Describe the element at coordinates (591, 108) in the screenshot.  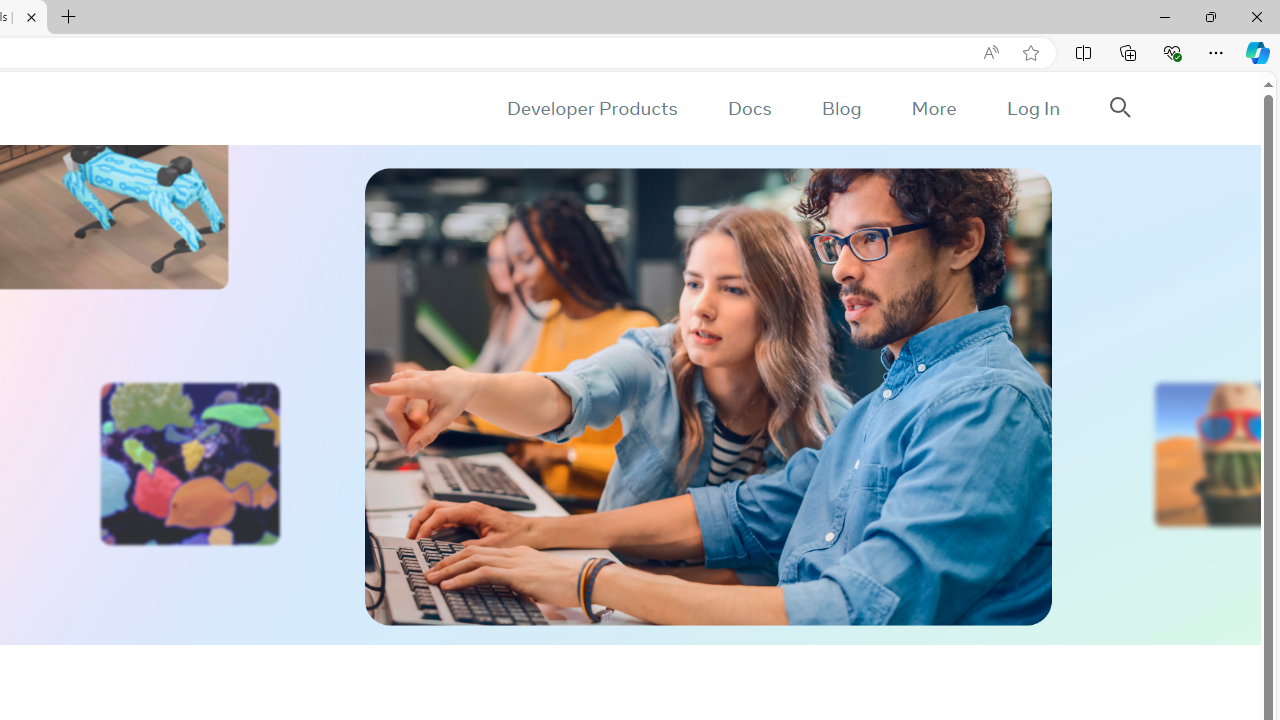
I see `'Developer Products'` at that location.